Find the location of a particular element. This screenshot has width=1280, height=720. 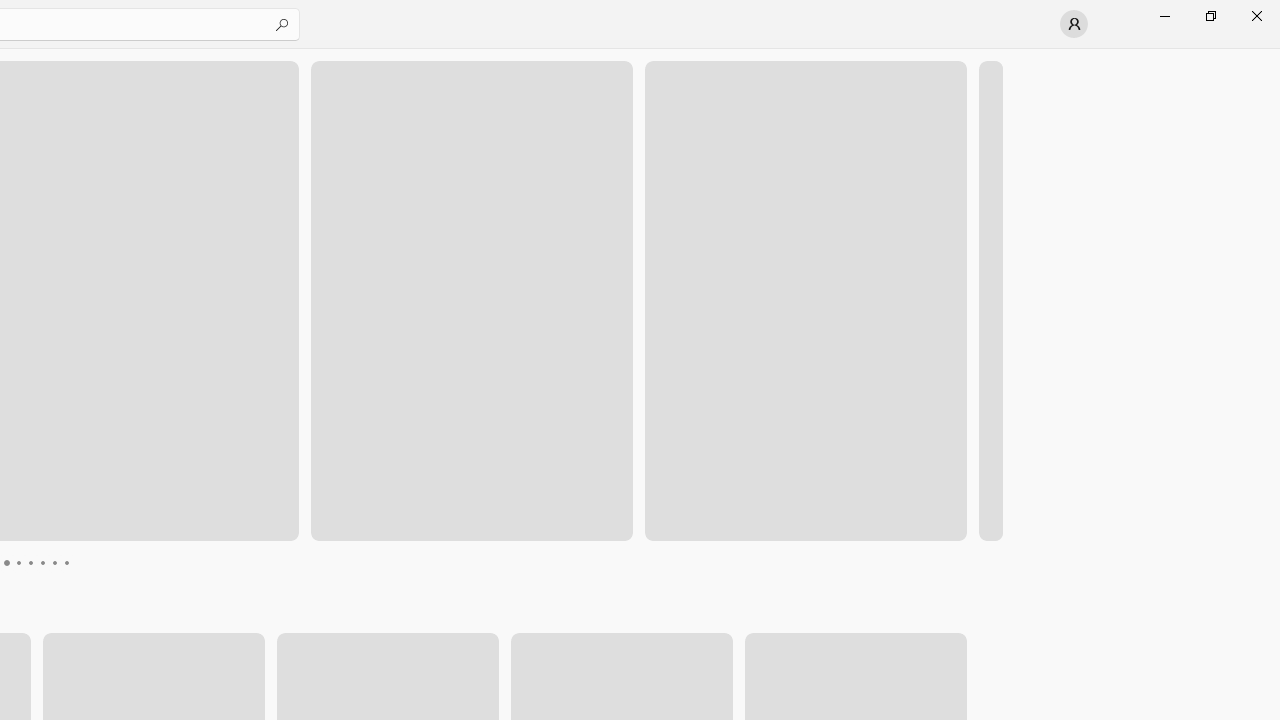

'Page 6' is located at coordinates (42, 563).